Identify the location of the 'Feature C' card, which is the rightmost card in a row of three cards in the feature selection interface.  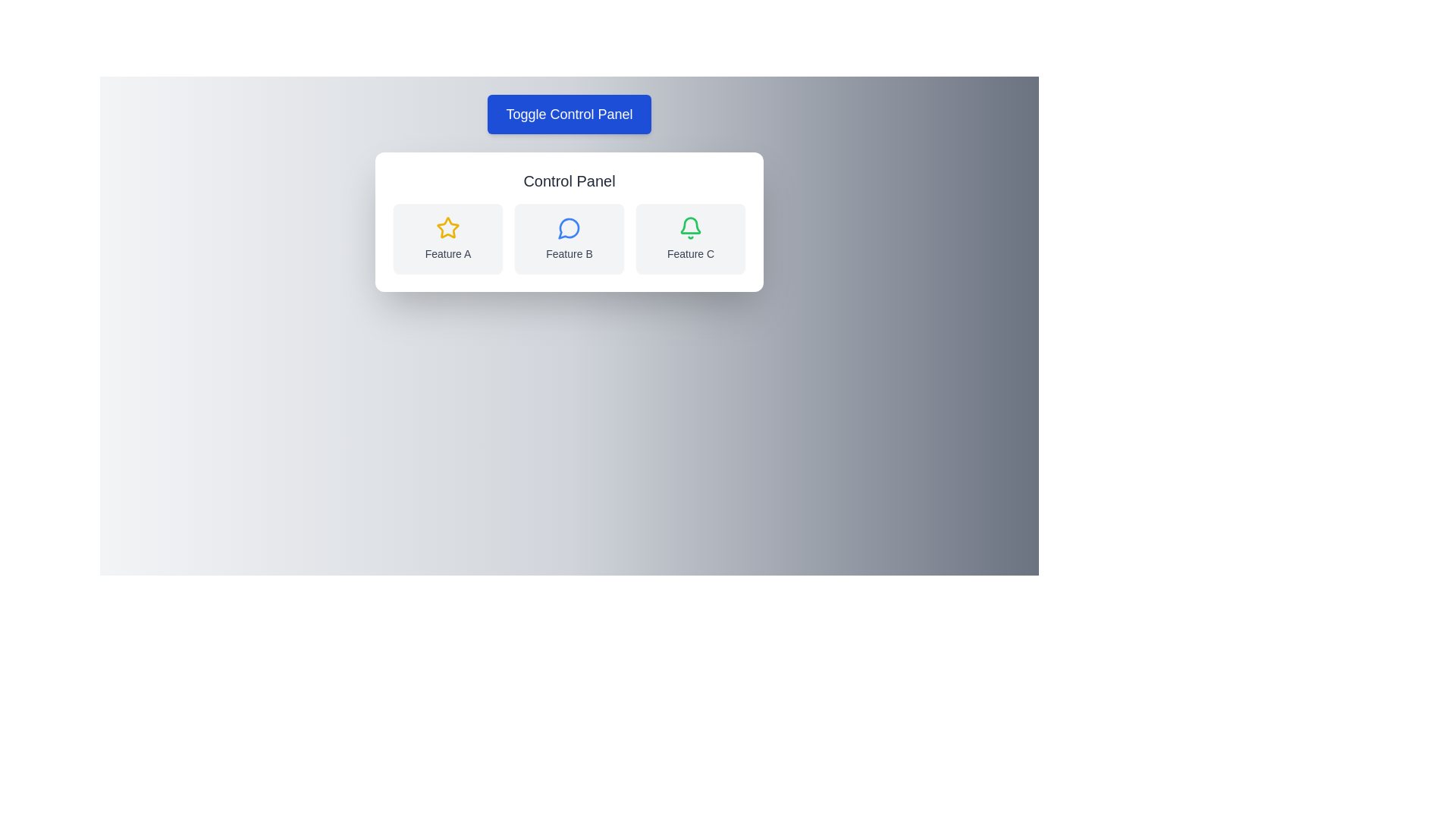
(690, 239).